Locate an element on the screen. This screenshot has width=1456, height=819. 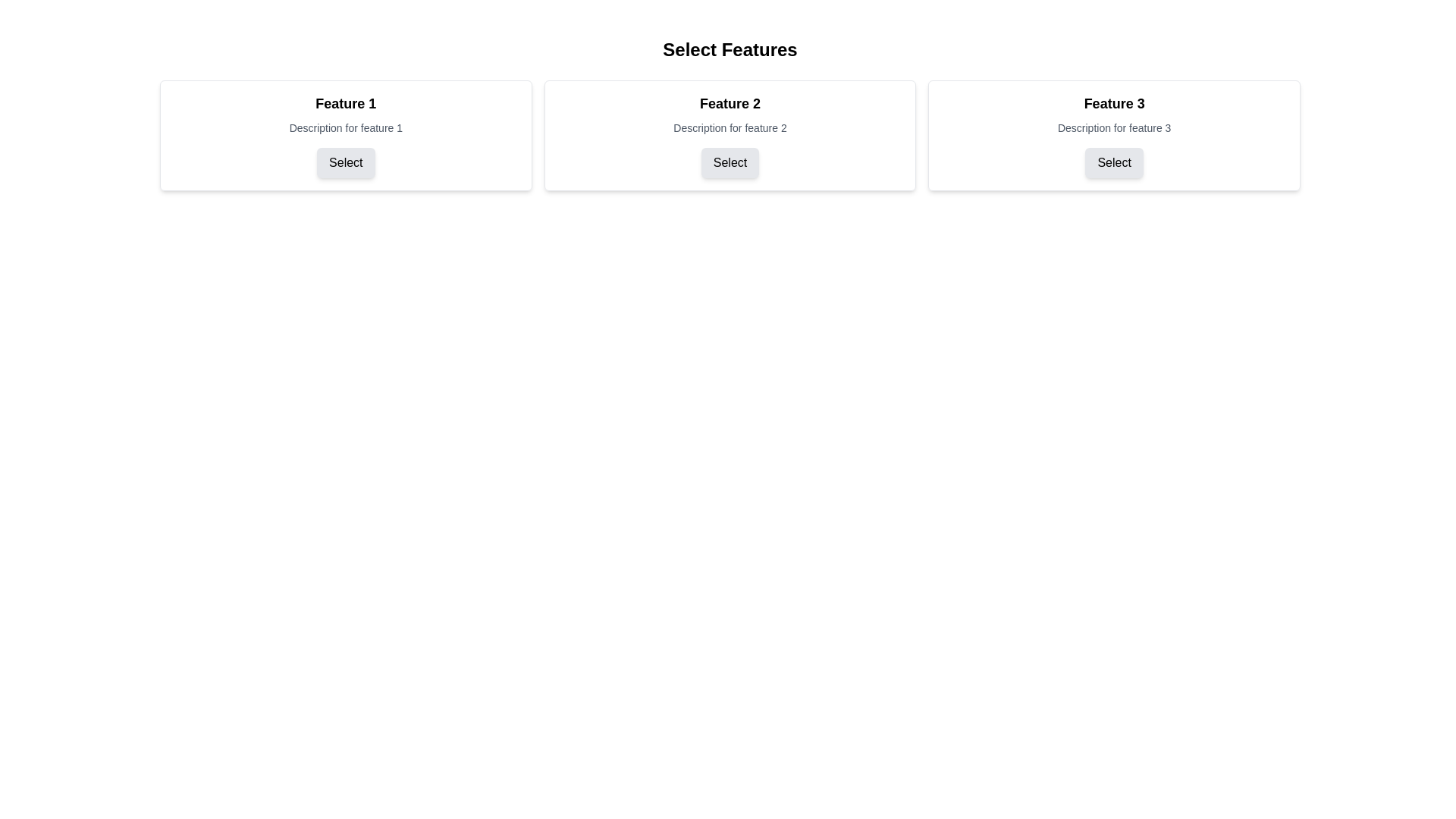
the button located at the bottom of the 'Feature 3' card is located at coordinates (1114, 163).